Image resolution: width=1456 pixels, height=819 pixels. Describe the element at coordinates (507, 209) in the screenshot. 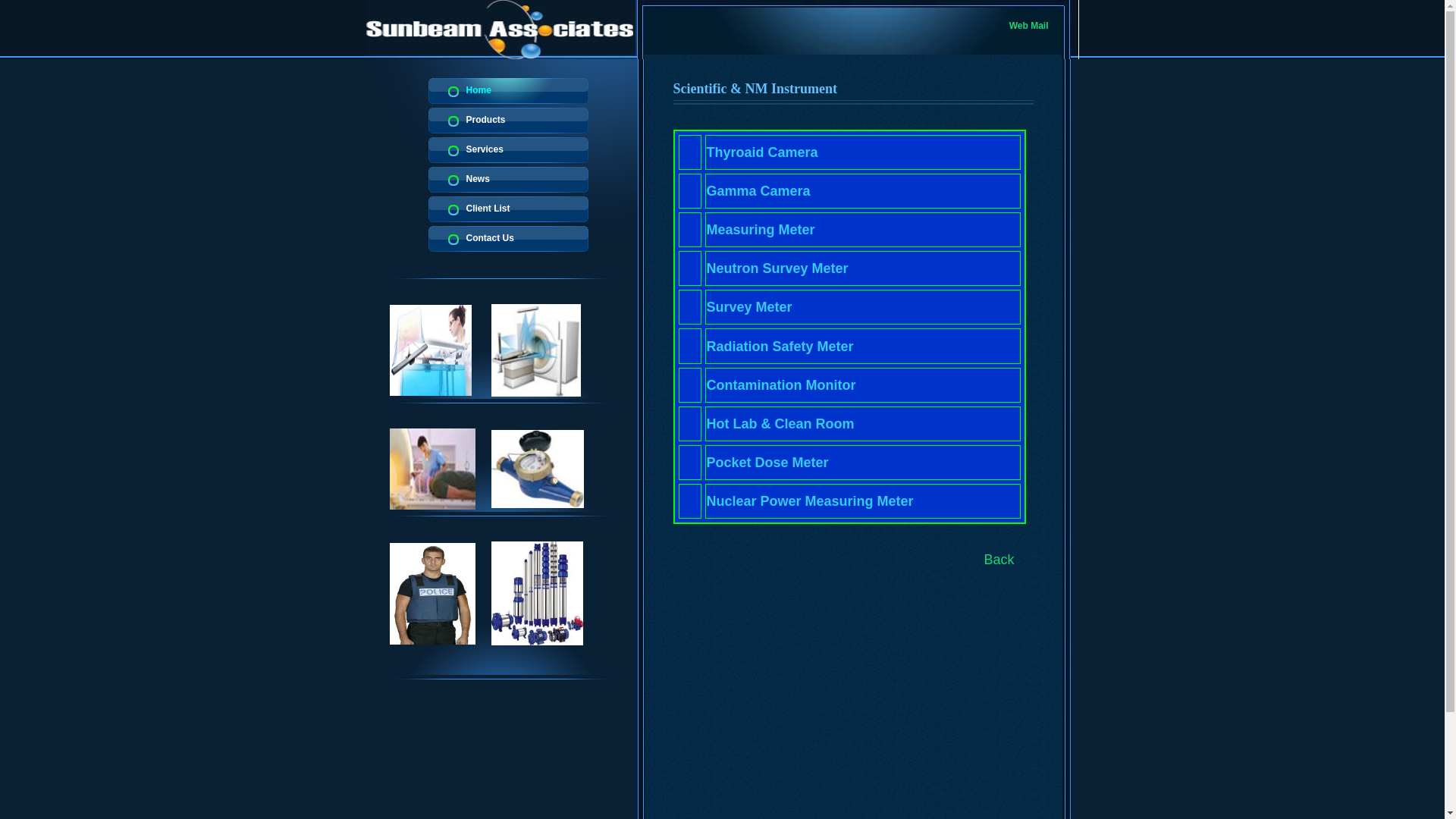

I see `'Client List'` at that location.